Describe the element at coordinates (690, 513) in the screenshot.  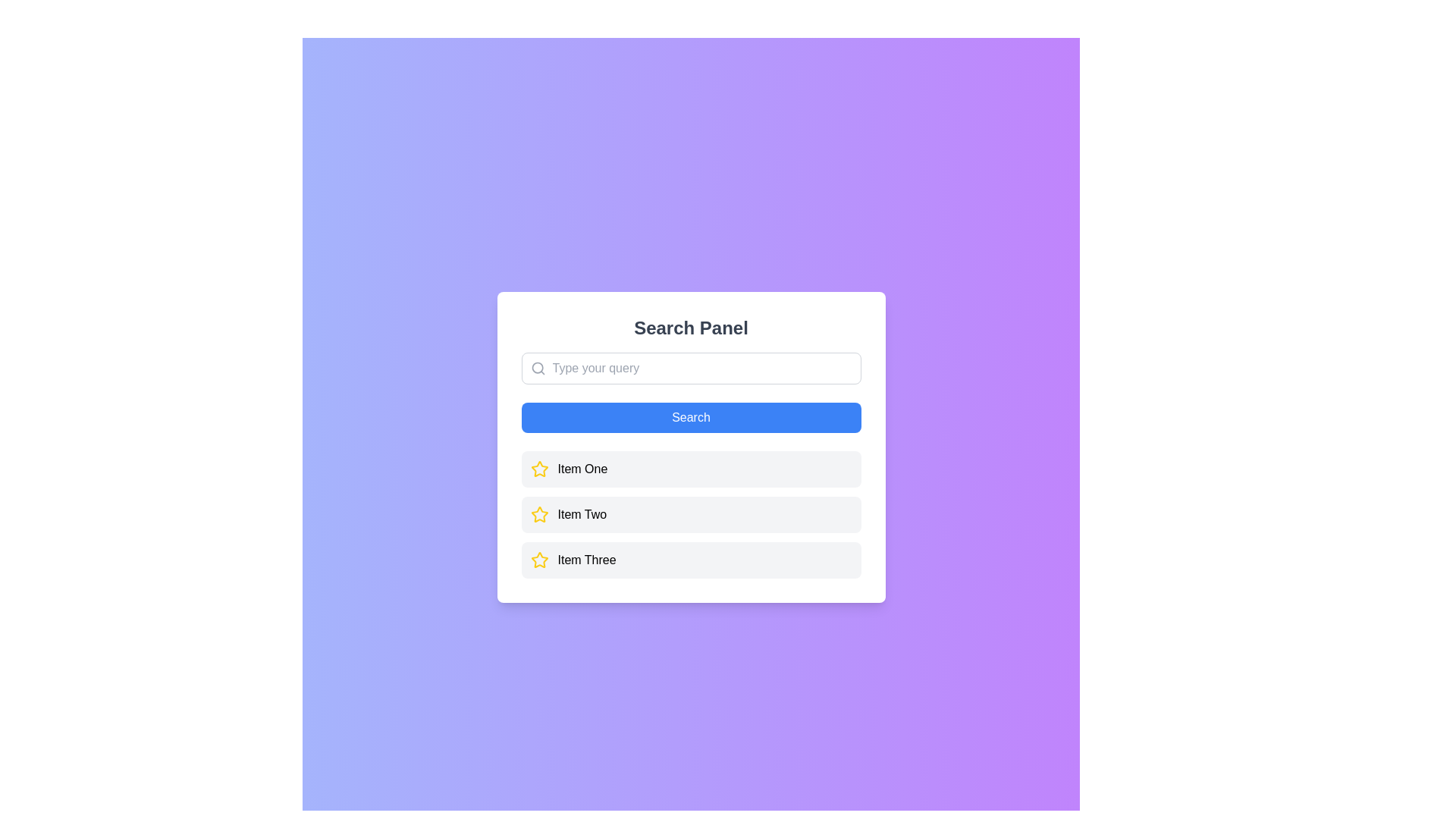
I see `the list item labeled 'Item Two' in the 'Search Panel'` at that location.